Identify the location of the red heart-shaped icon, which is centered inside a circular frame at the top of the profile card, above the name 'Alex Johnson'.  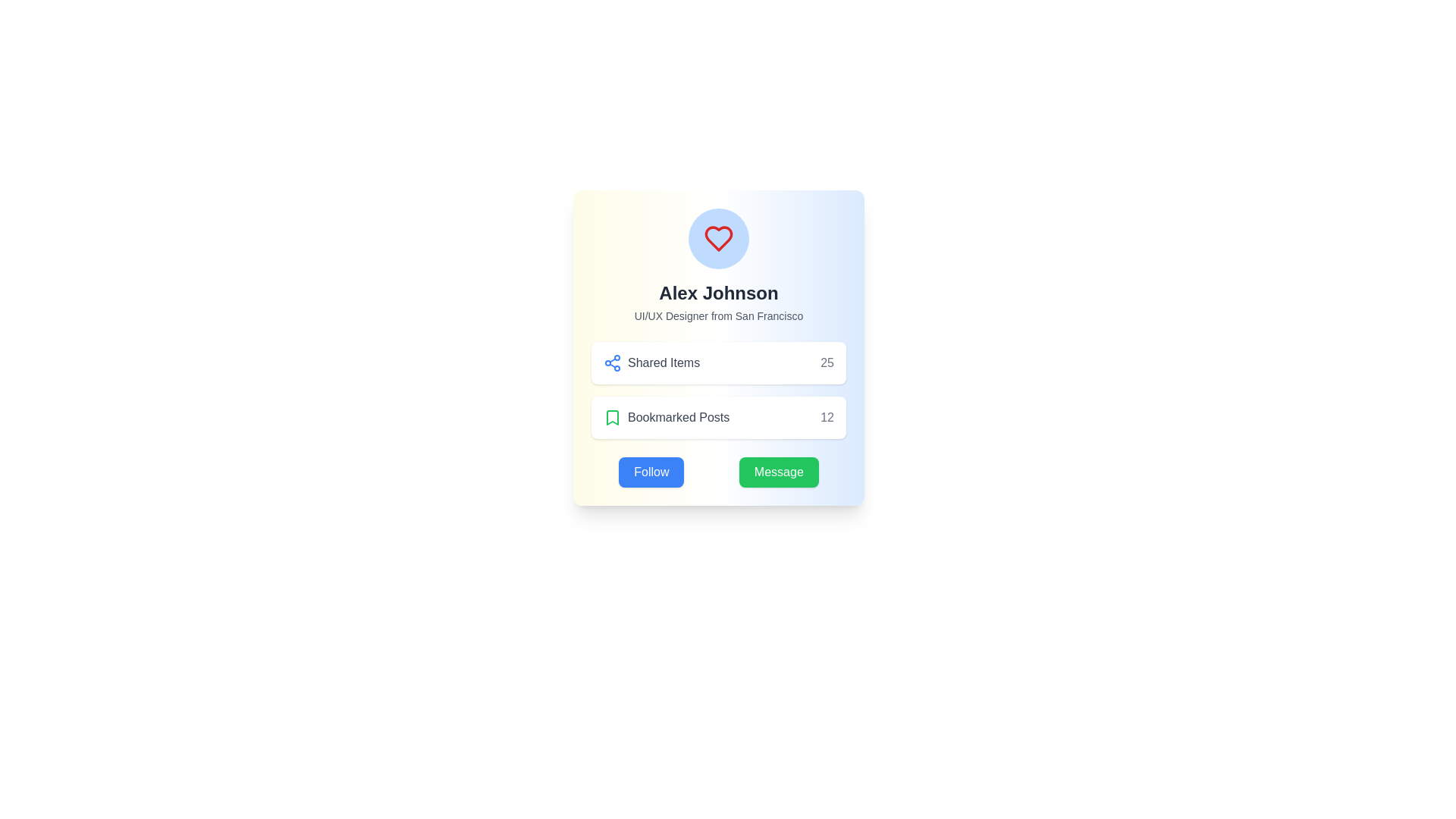
(718, 239).